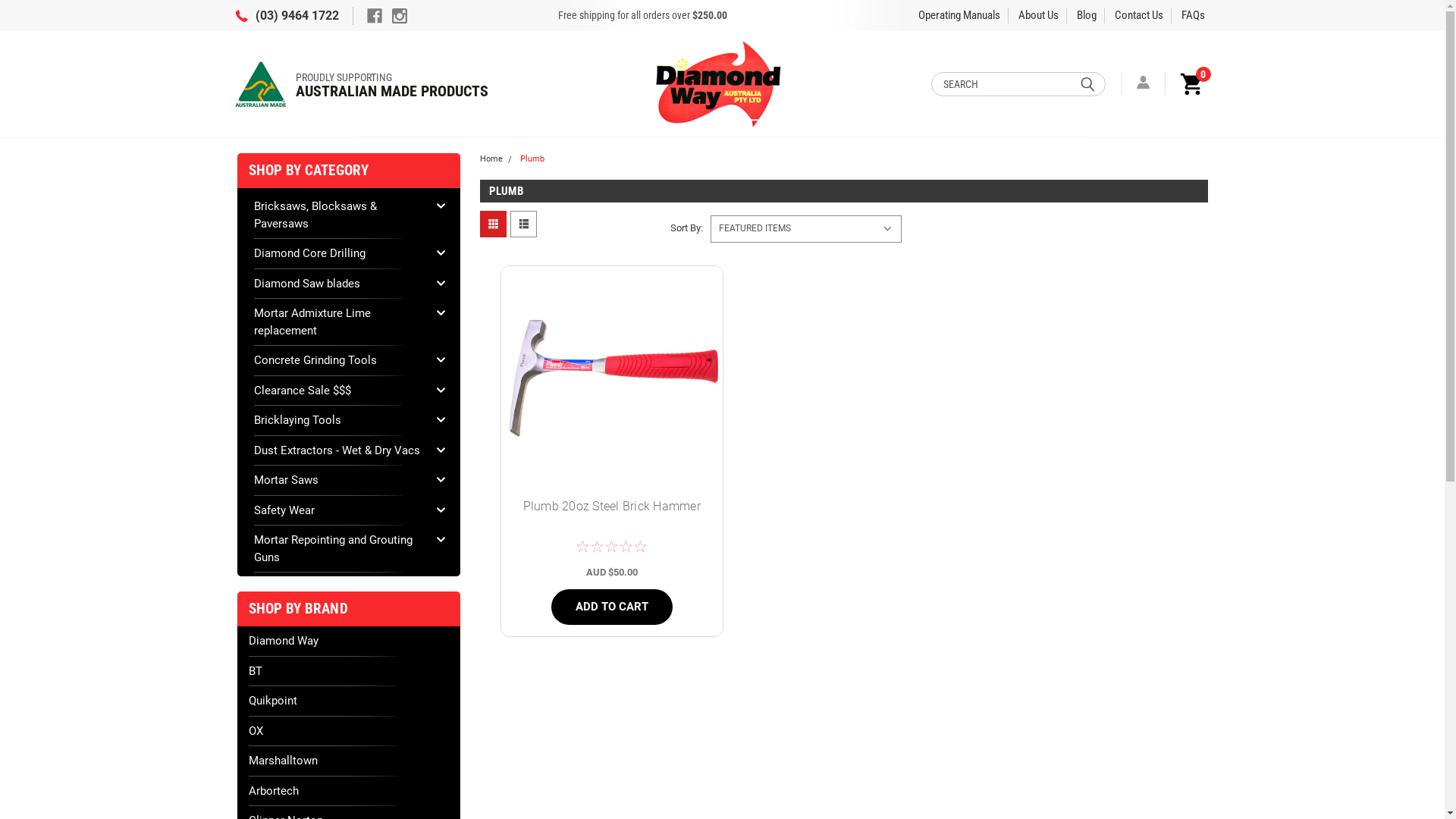 The image size is (1456, 819). Describe the element at coordinates (348, 790) in the screenshot. I see `'Arbortech'` at that location.